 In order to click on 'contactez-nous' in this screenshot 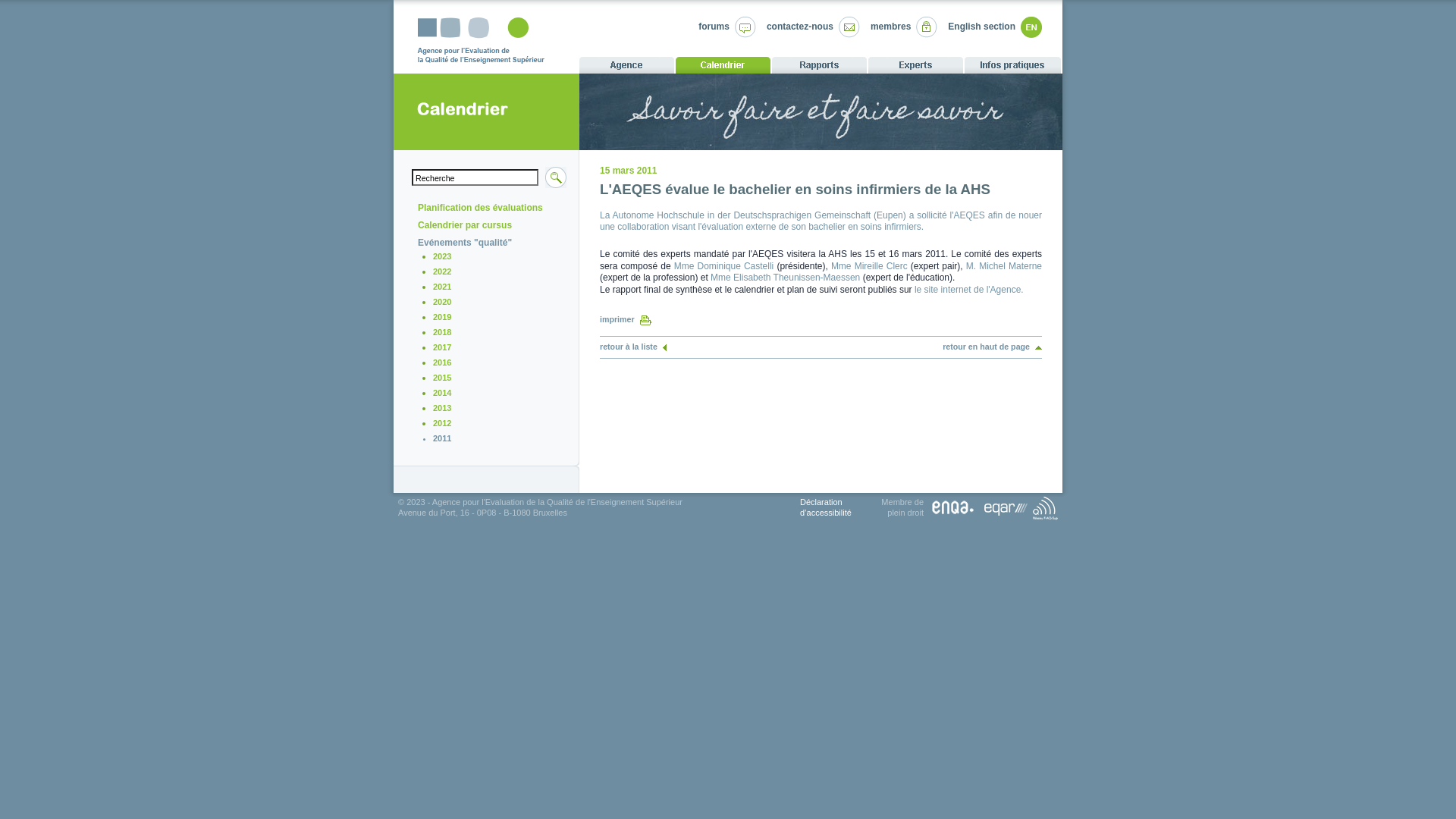, I will do `click(799, 26)`.